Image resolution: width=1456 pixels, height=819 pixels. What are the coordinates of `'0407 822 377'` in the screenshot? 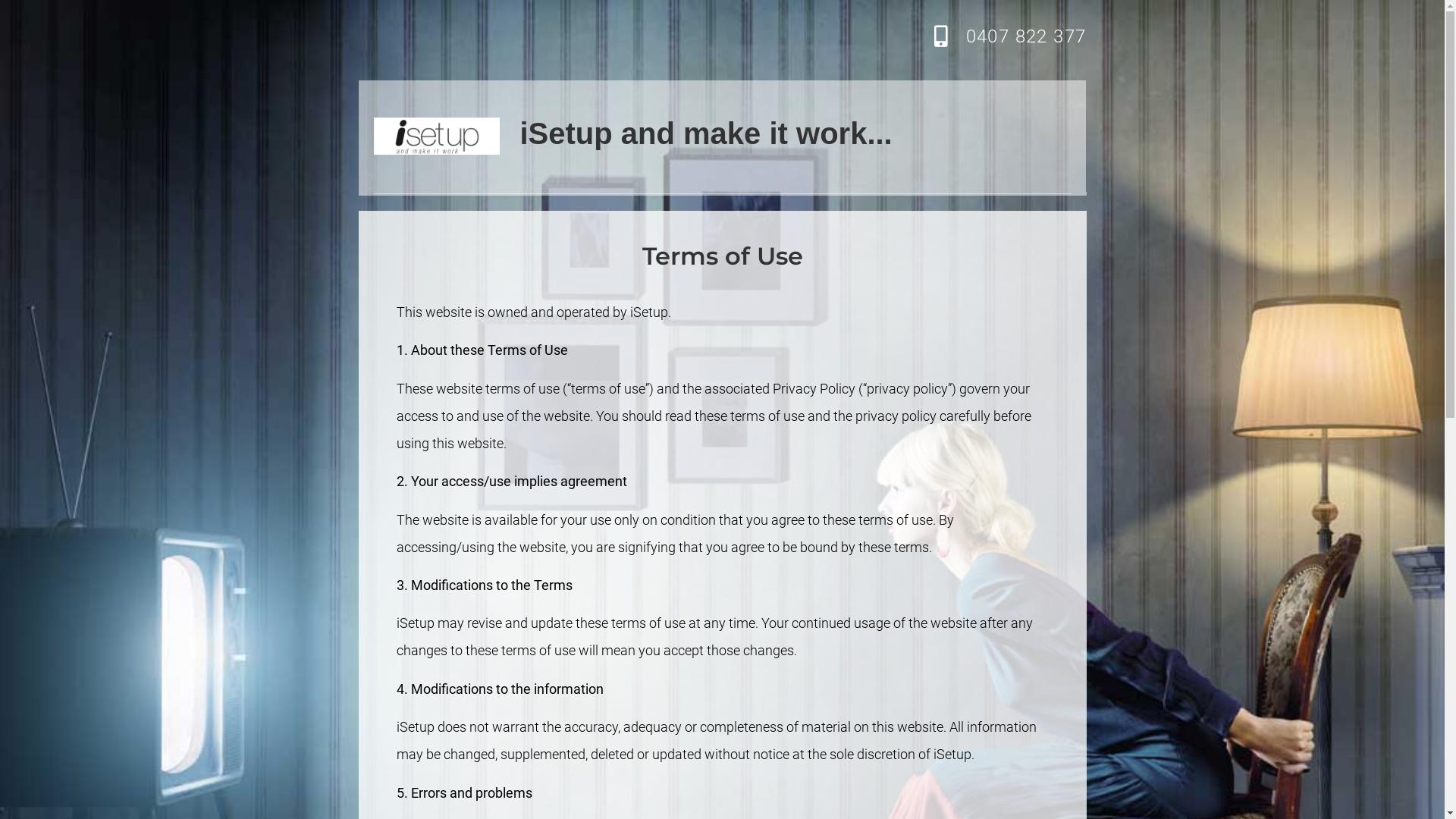 It's located at (1026, 35).